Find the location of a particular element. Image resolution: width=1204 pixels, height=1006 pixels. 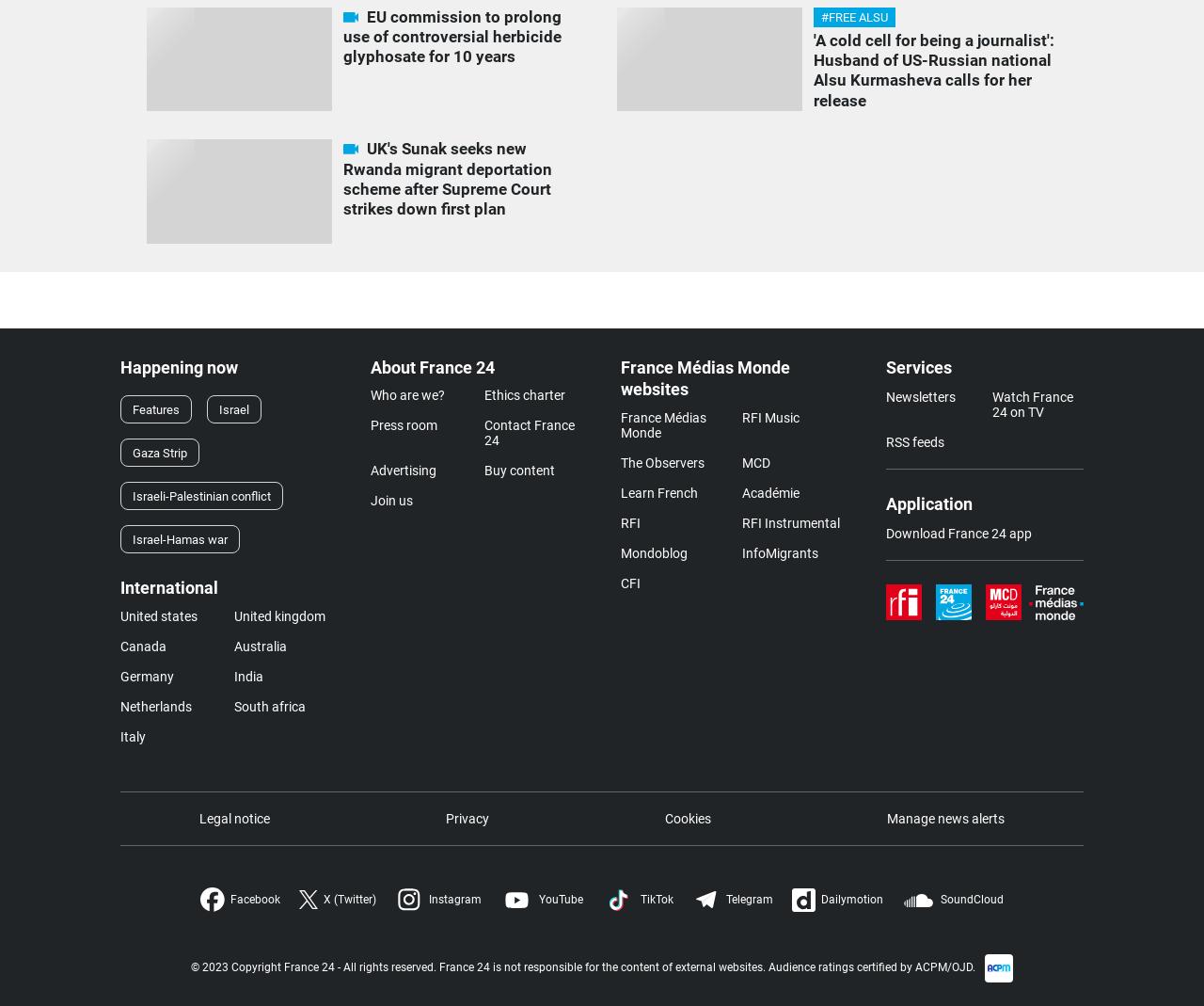

'CFI' is located at coordinates (630, 582).